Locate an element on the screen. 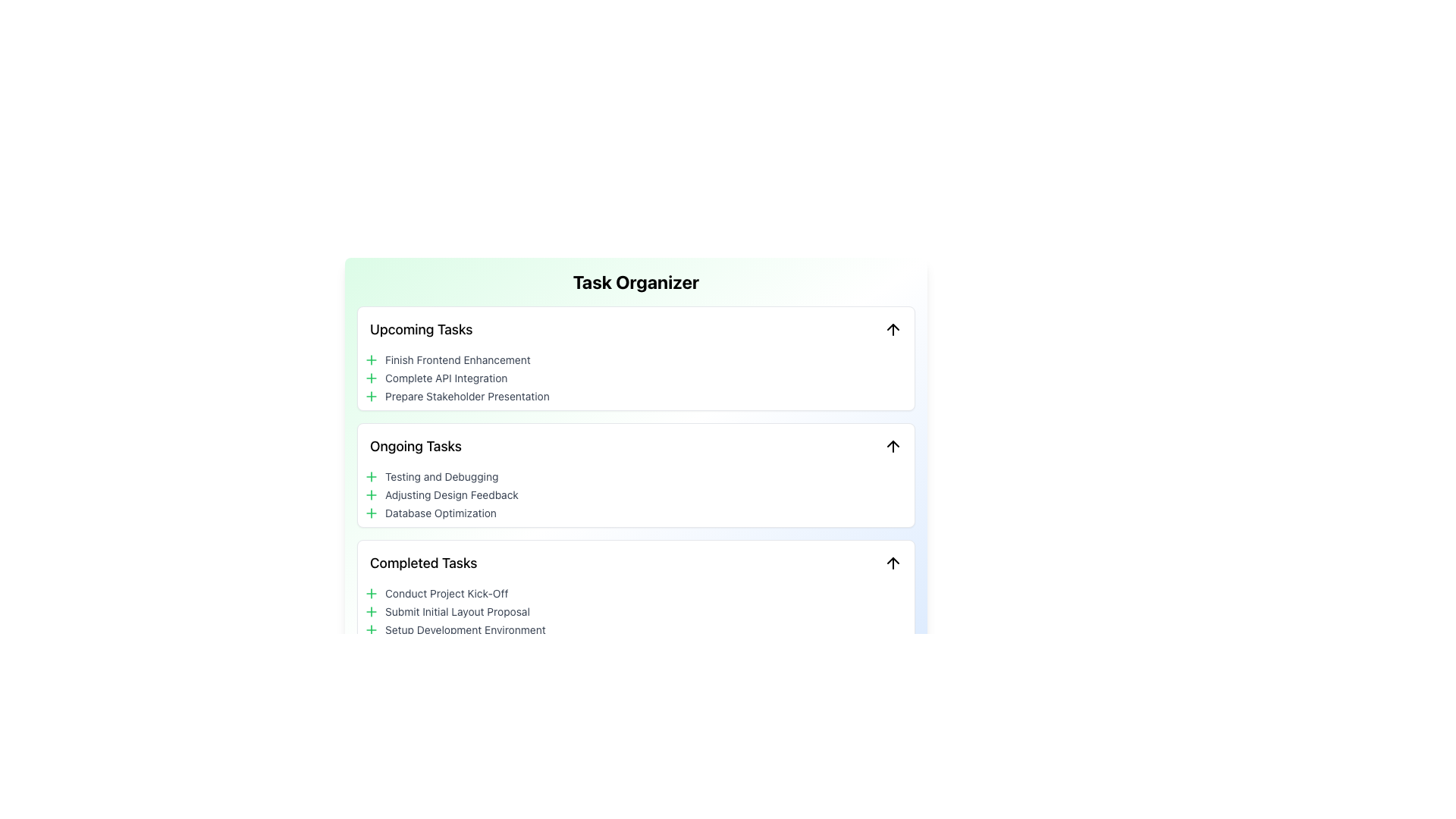 This screenshot has width=1456, height=819. the Icon Button (Plus Icon) located to the left of the 'Database Optimization' text in the 'Ongoing Tasks' section is located at coordinates (371, 513).